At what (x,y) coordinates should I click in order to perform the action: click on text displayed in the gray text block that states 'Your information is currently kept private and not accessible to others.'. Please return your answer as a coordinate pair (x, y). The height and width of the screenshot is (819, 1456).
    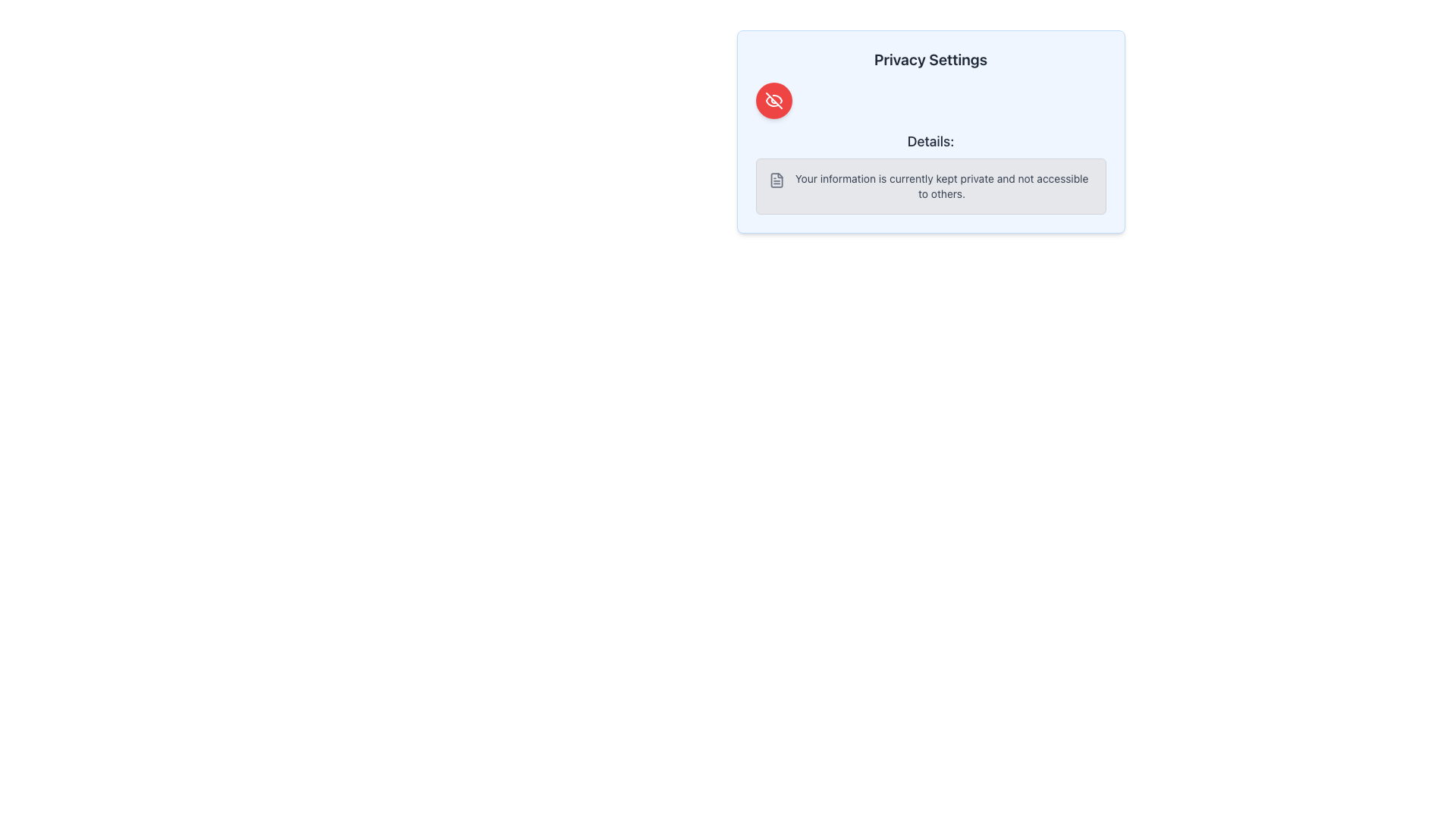
    Looking at the image, I should click on (941, 186).